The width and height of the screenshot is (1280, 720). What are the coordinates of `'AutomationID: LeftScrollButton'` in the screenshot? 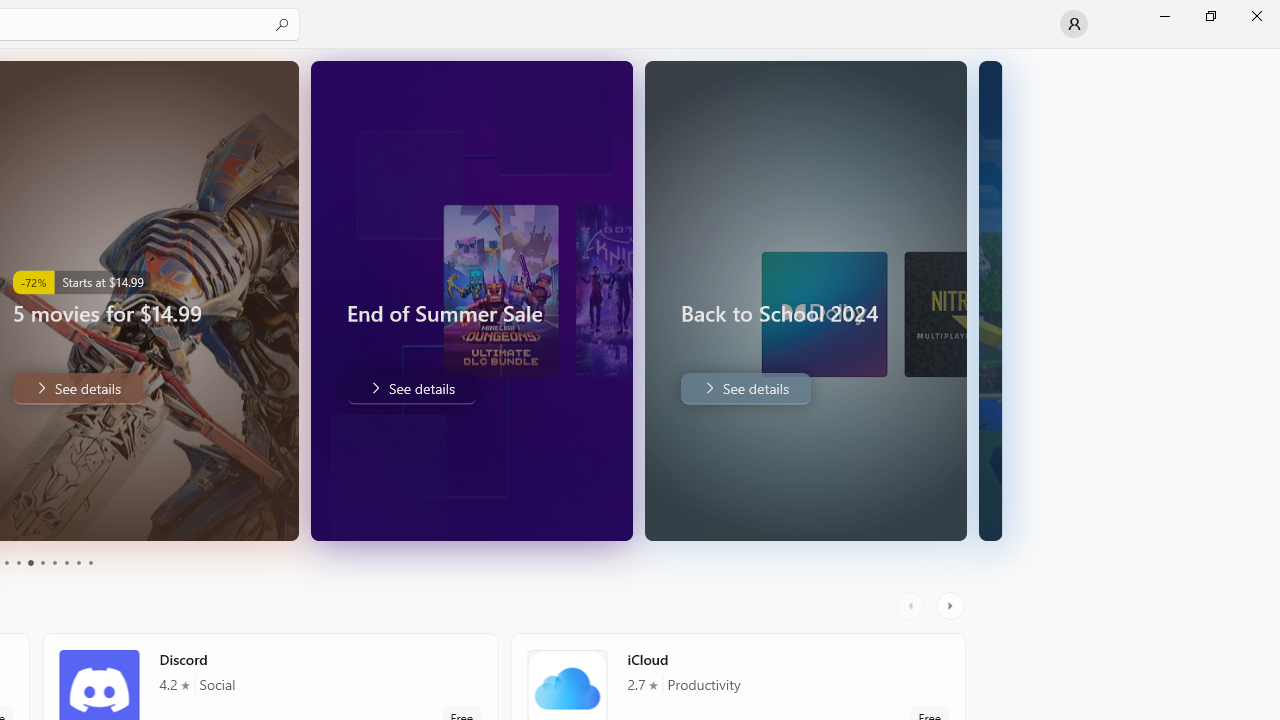 It's located at (912, 605).